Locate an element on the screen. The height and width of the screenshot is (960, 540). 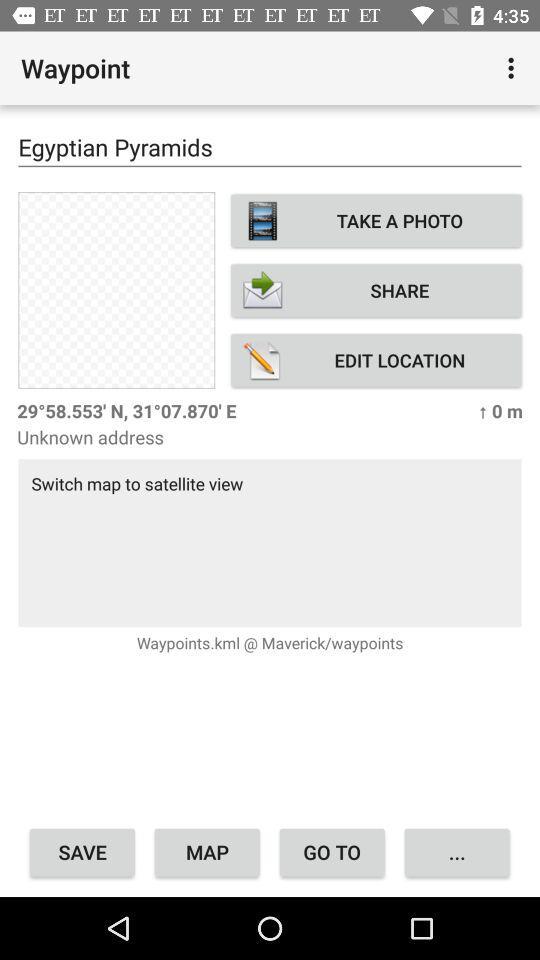
item to the left of the take a photo item is located at coordinates (116, 289).